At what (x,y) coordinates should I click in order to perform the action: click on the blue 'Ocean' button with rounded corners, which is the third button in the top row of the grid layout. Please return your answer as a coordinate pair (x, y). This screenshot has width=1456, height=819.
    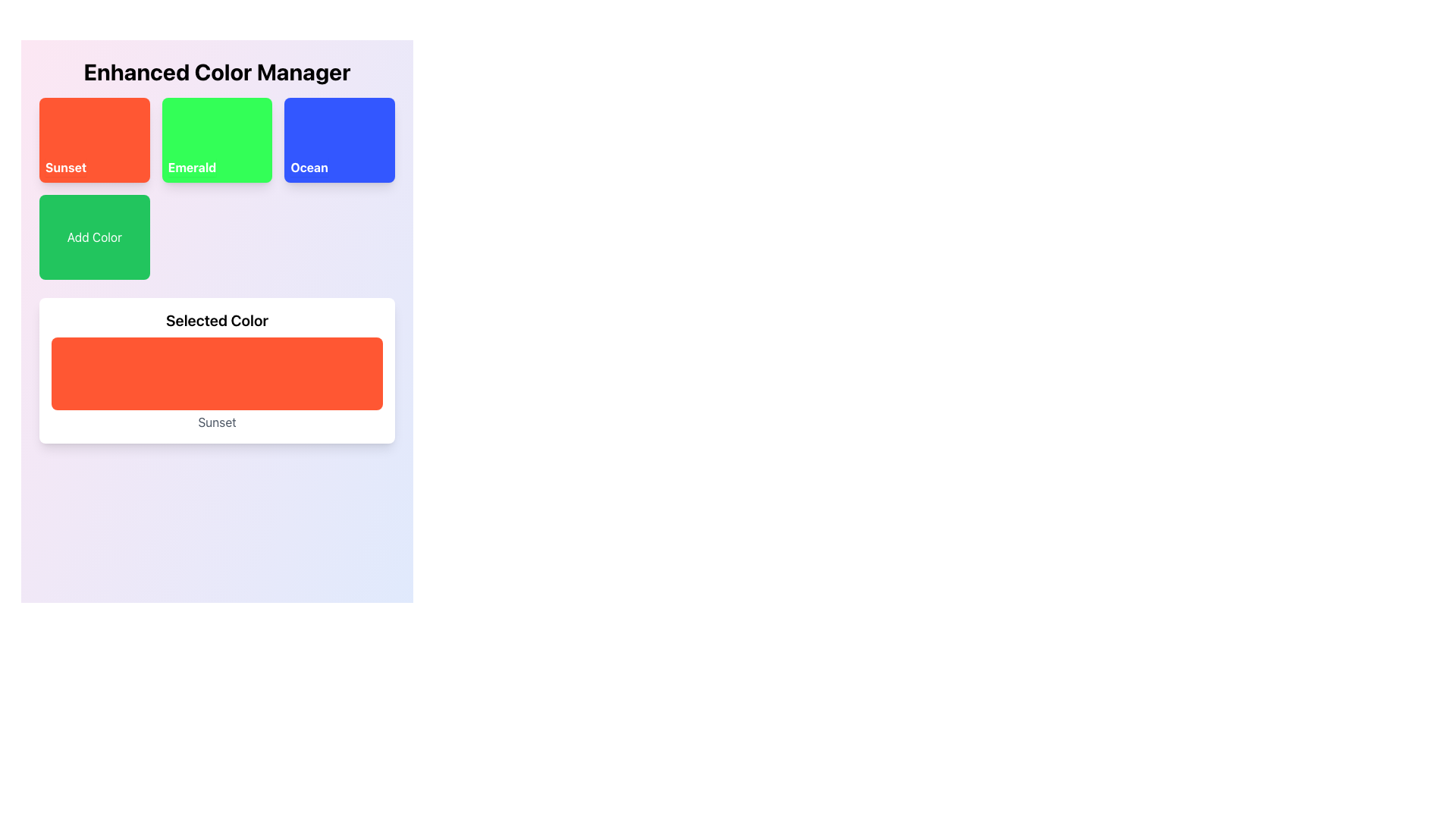
    Looking at the image, I should click on (339, 140).